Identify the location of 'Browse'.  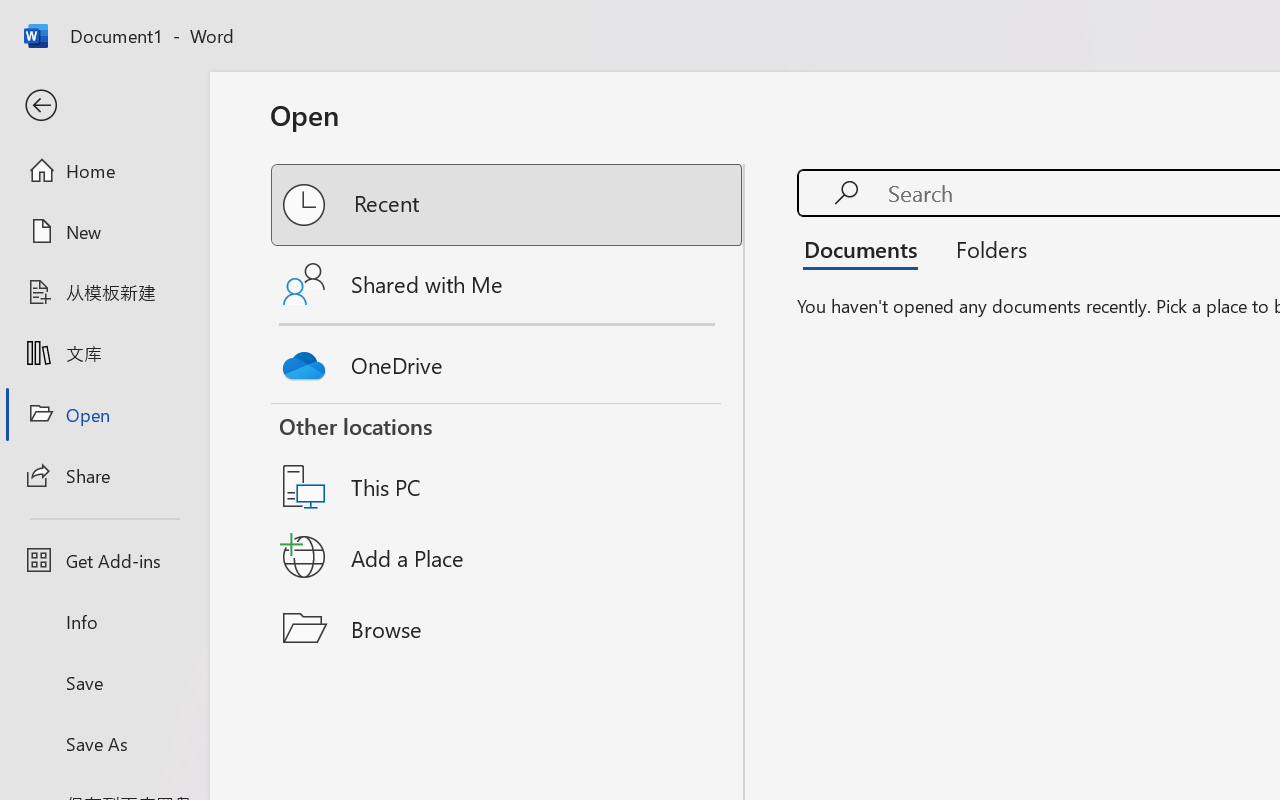
(508, 628).